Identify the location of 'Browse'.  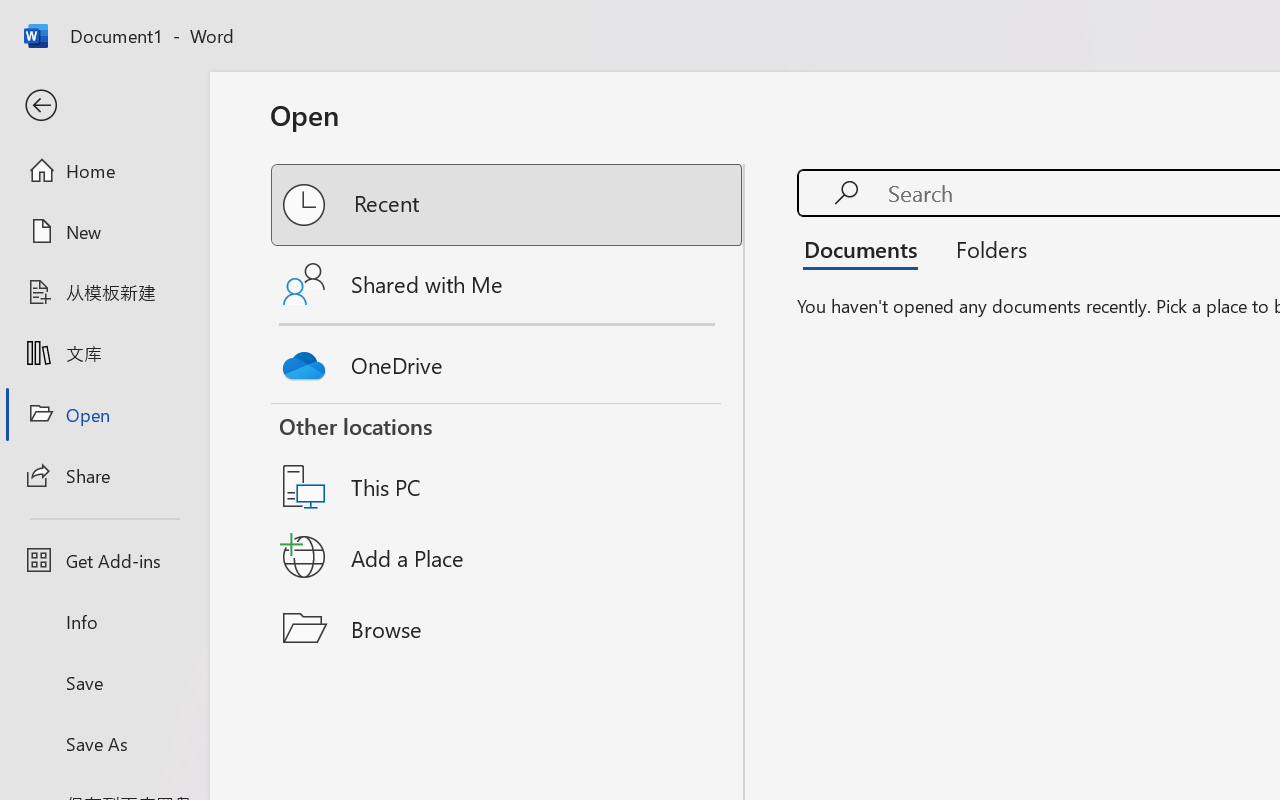
(508, 628).